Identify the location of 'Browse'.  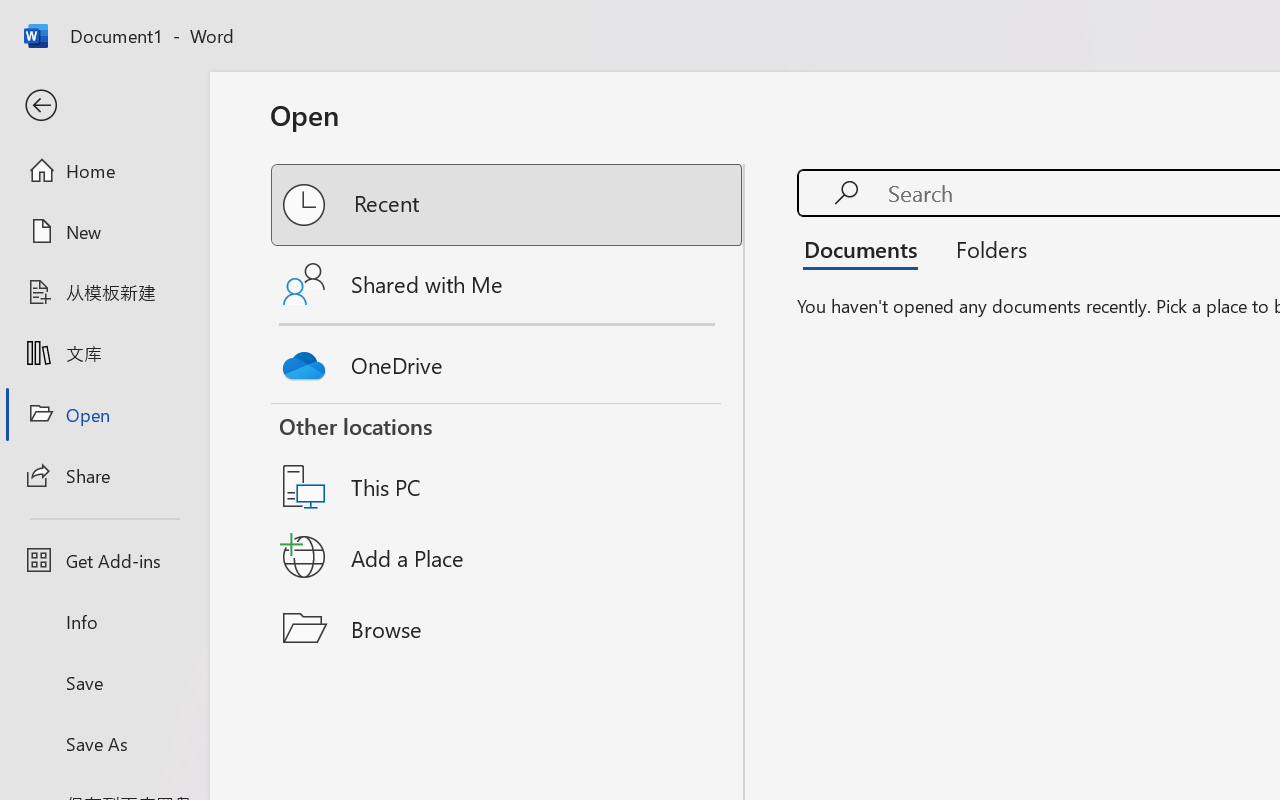
(508, 628).